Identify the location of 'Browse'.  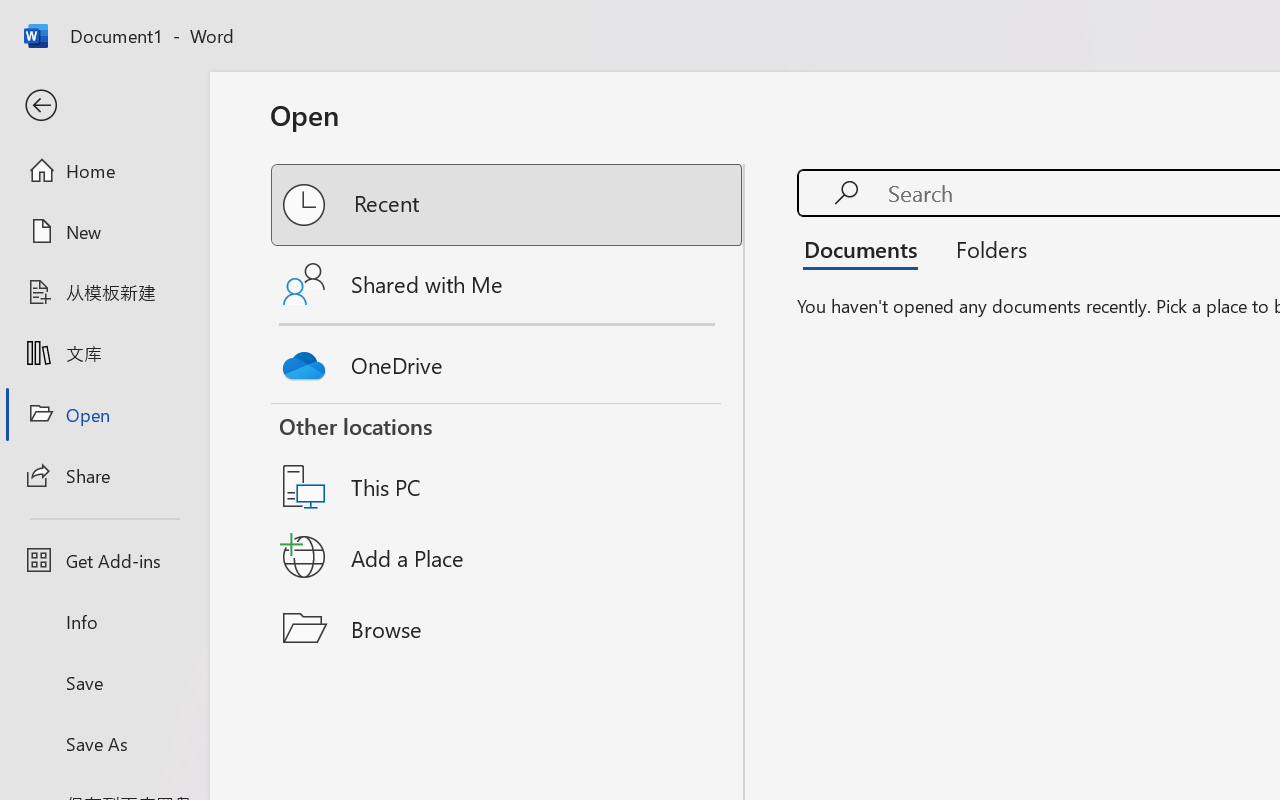
(508, 628).